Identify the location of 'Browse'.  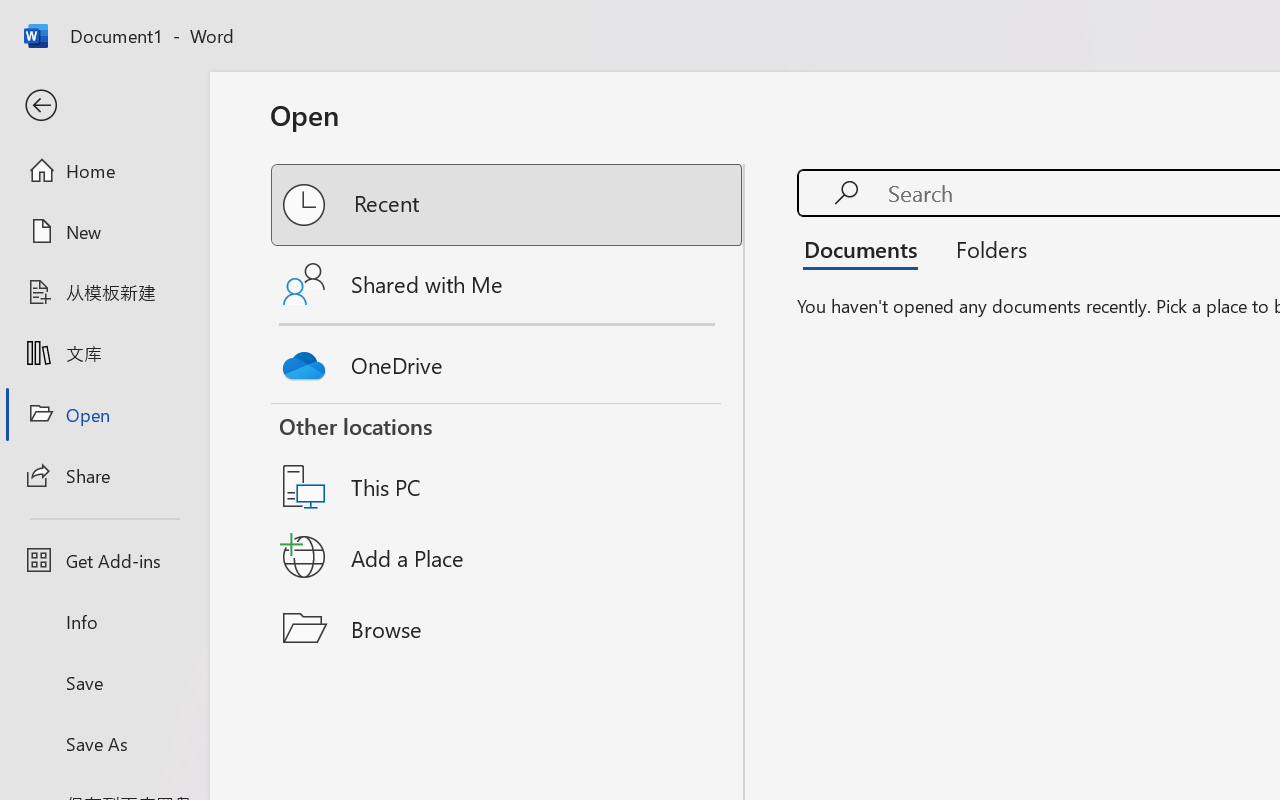
(508, 628).